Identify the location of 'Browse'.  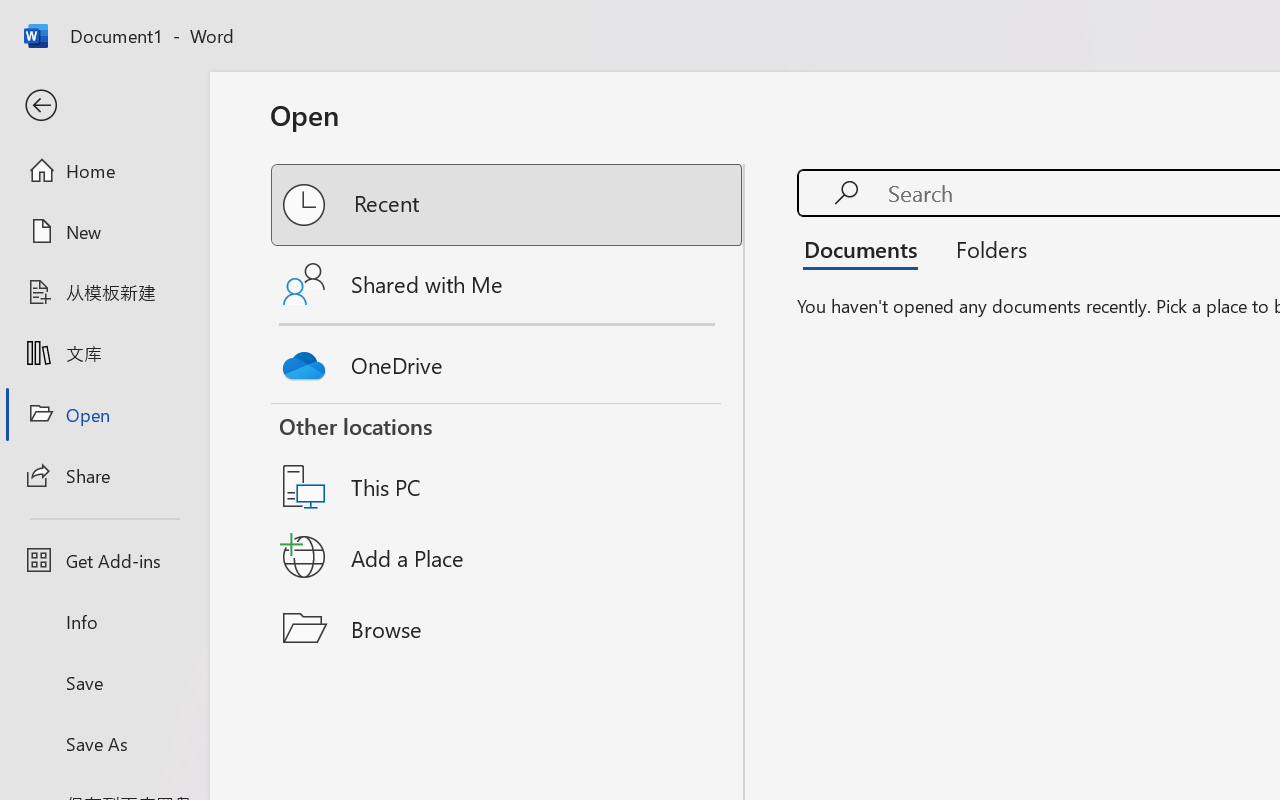
(508, 628).